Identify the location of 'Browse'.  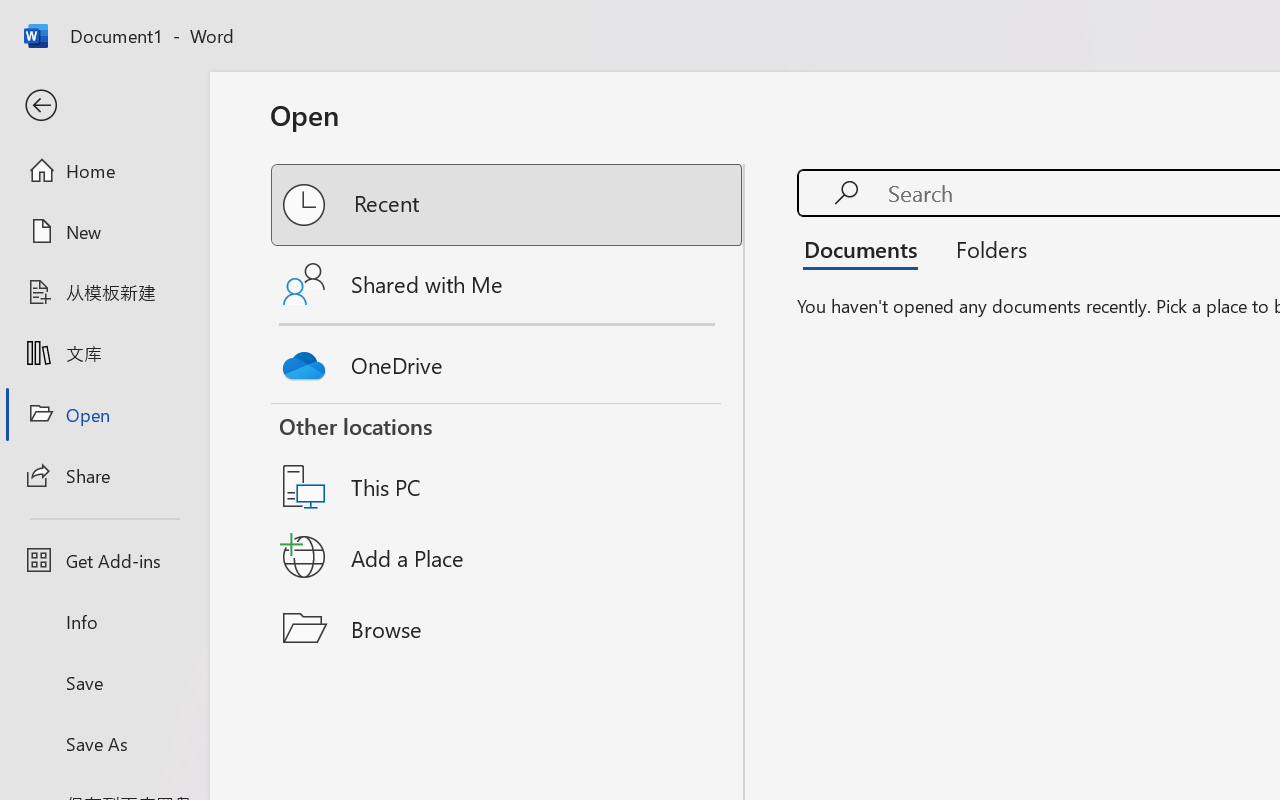
(508, 628).